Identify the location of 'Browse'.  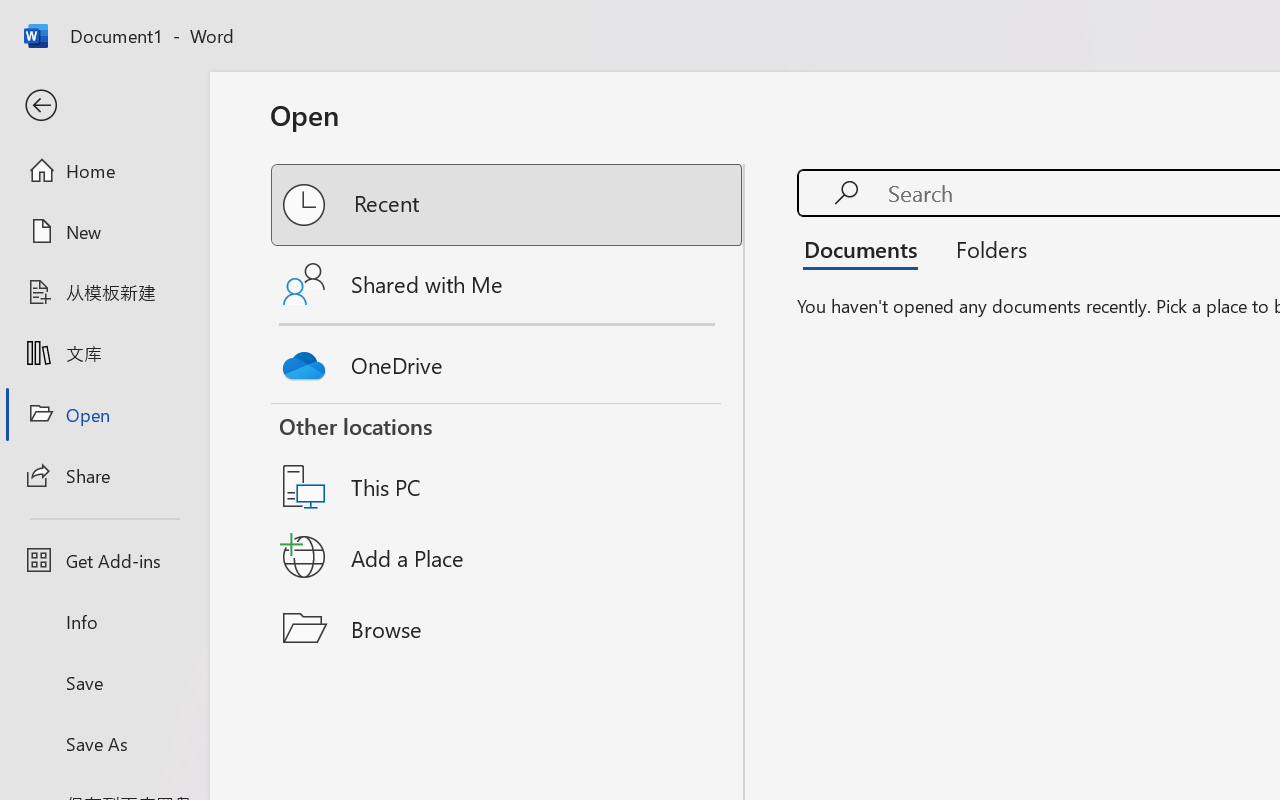
(508, 628).